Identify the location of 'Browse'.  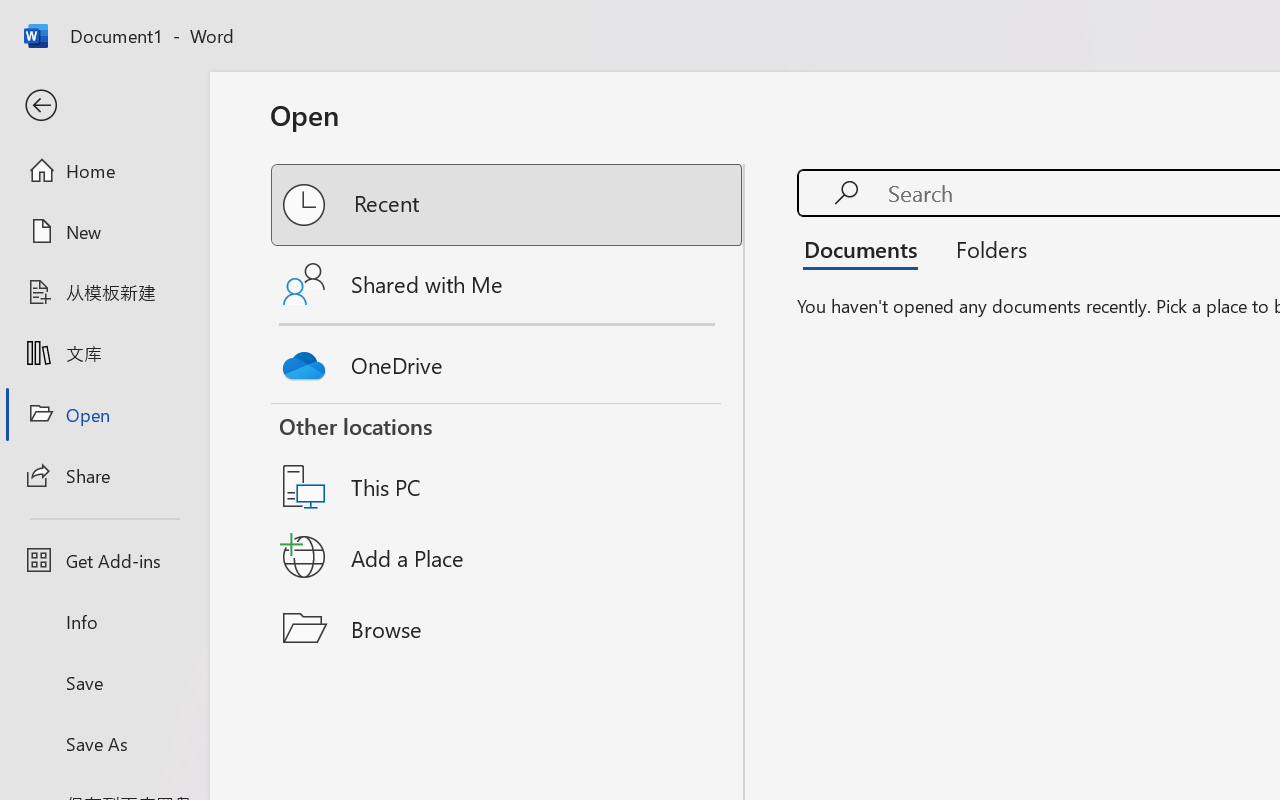
(508, 628).